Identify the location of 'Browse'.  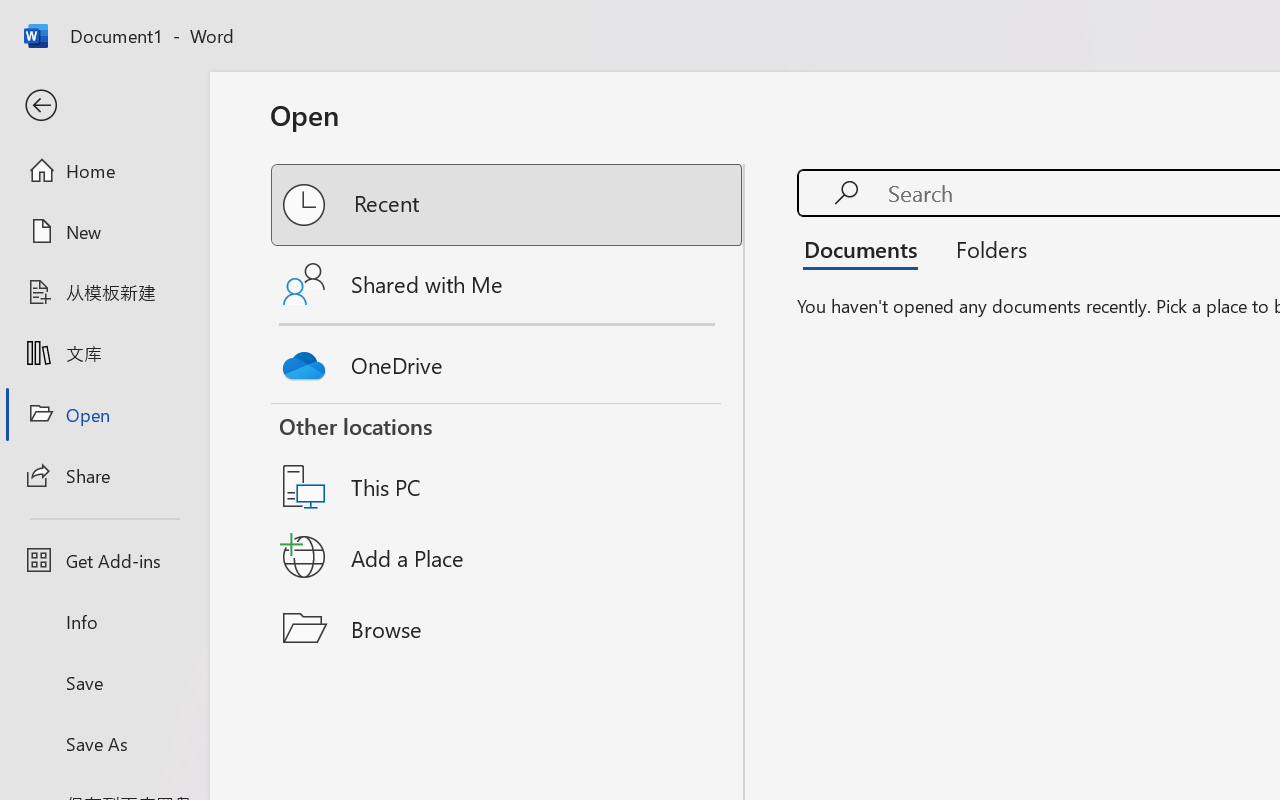
(508, 628).